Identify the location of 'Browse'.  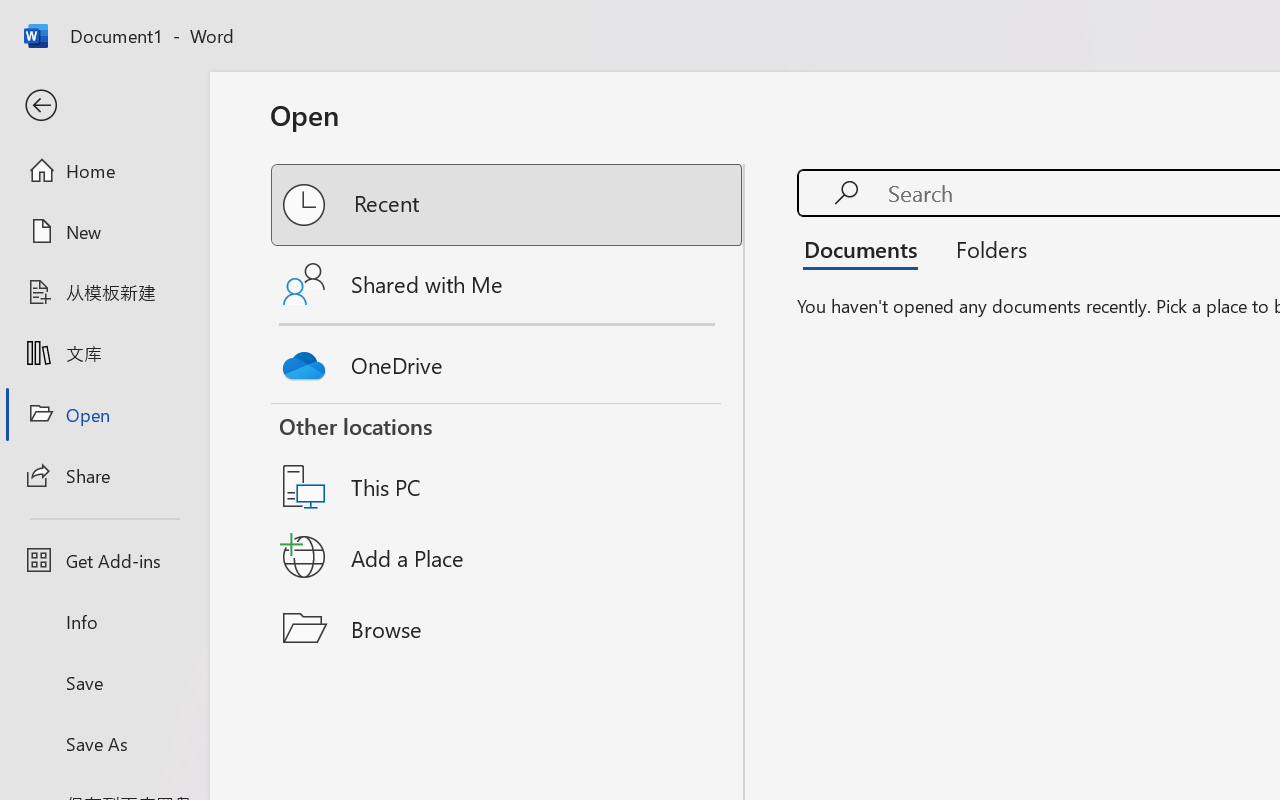
(508, 628).